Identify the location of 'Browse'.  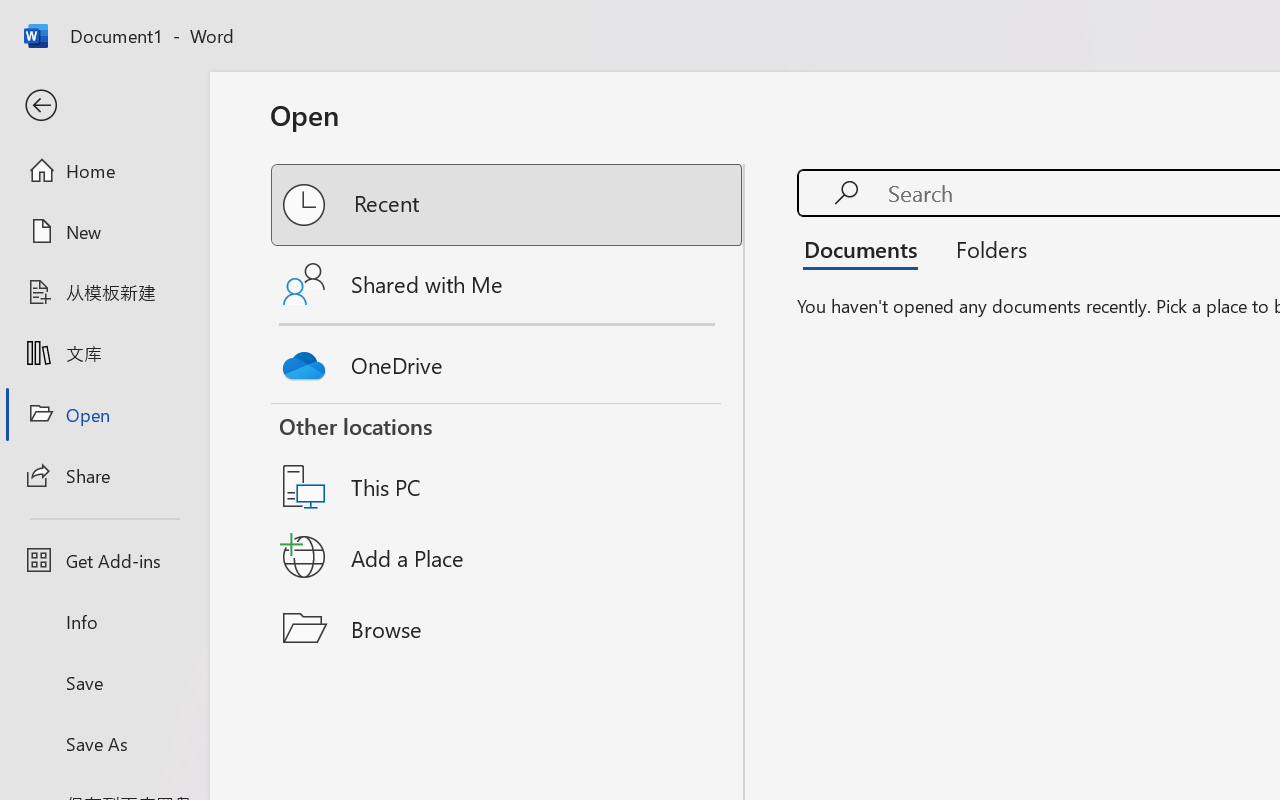
(508, 628).